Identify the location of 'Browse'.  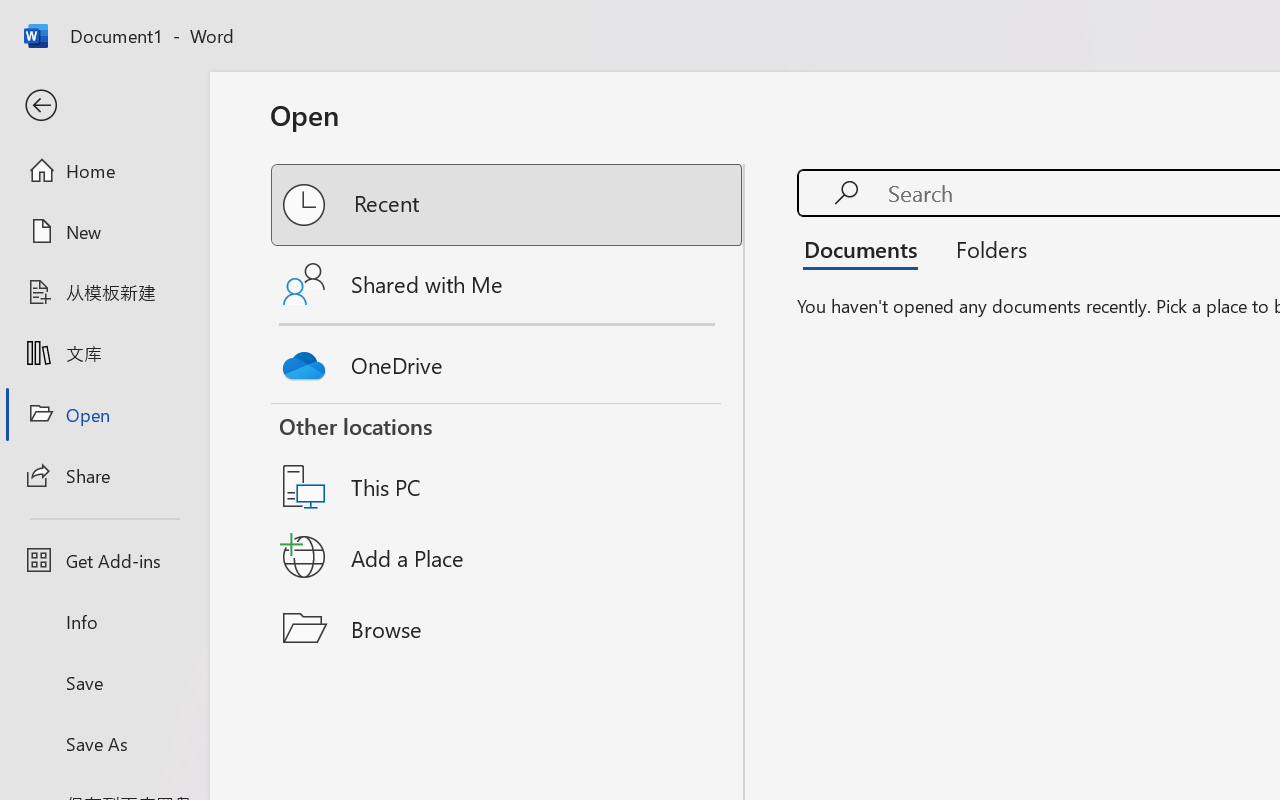
(508, 628).